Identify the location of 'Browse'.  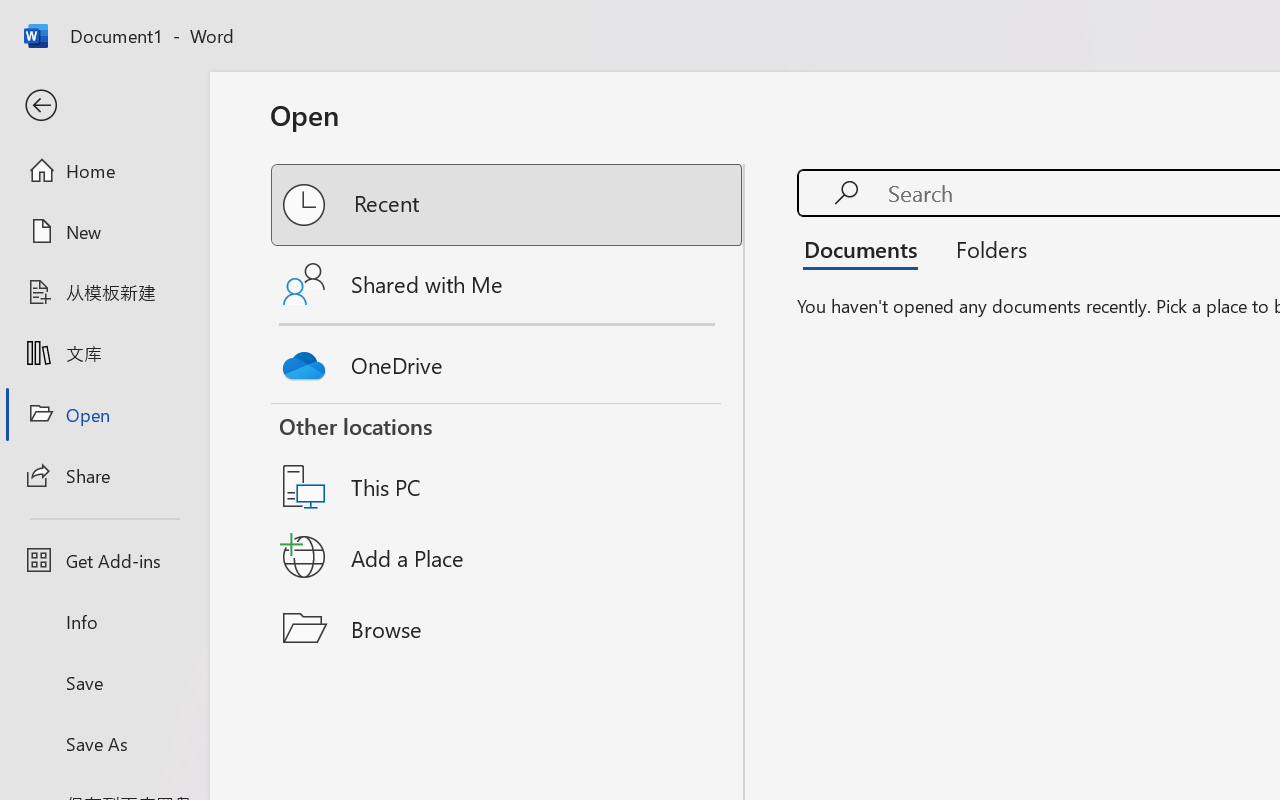
(508, 628).